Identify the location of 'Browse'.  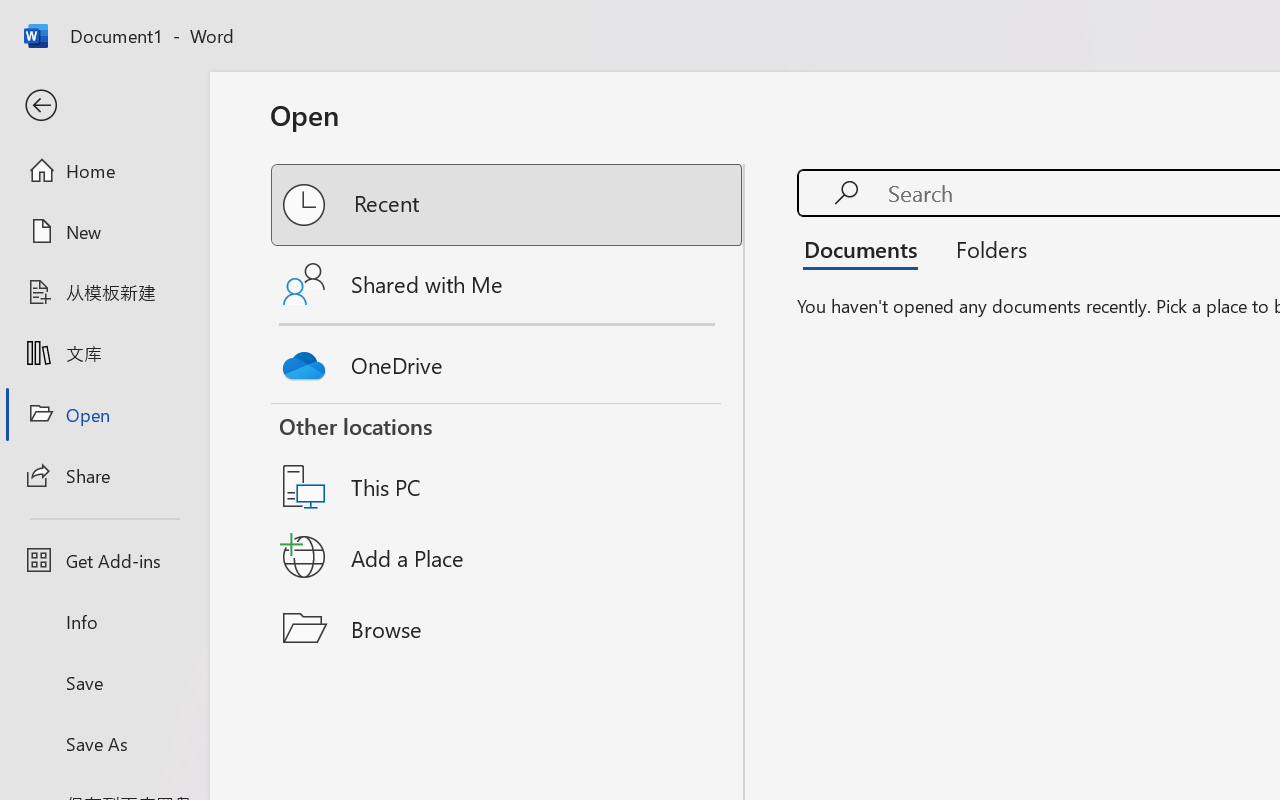
(508, 628).